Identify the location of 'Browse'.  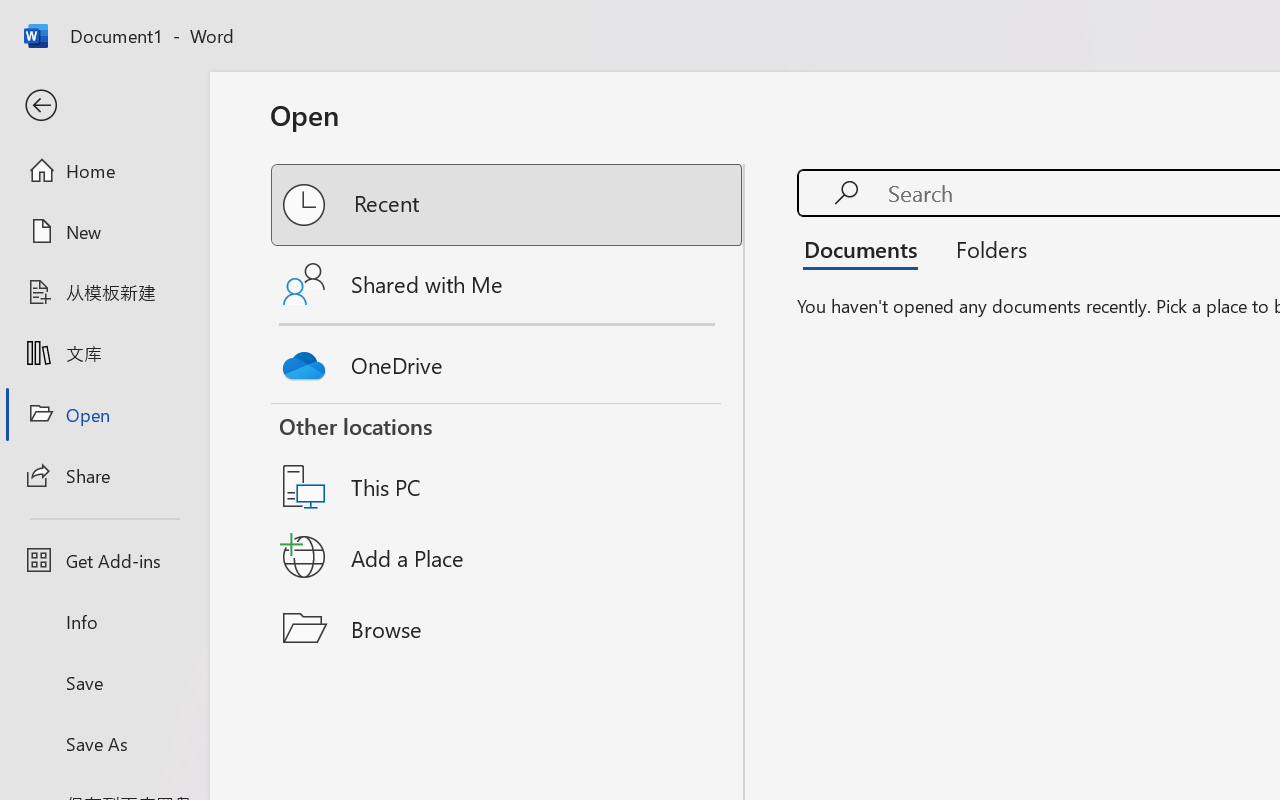
(508, 628).